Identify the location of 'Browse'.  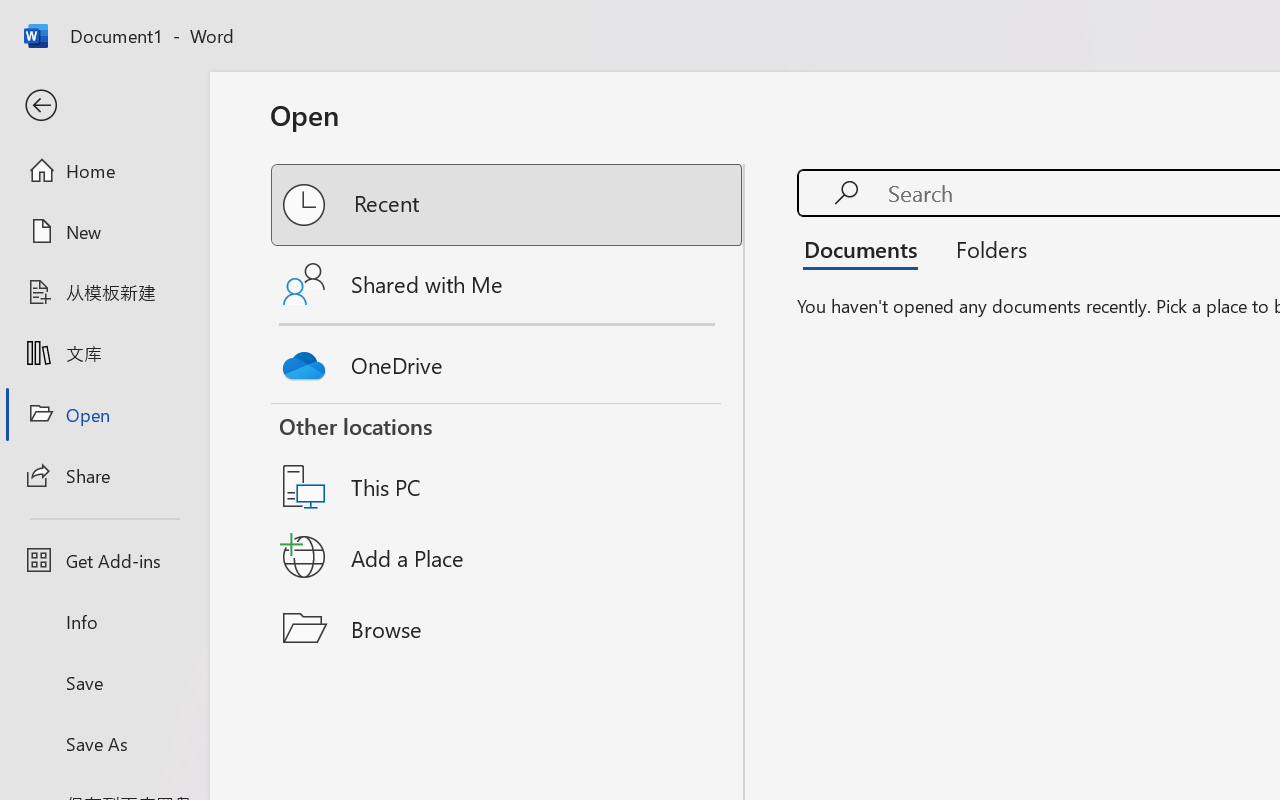
(508, 628).